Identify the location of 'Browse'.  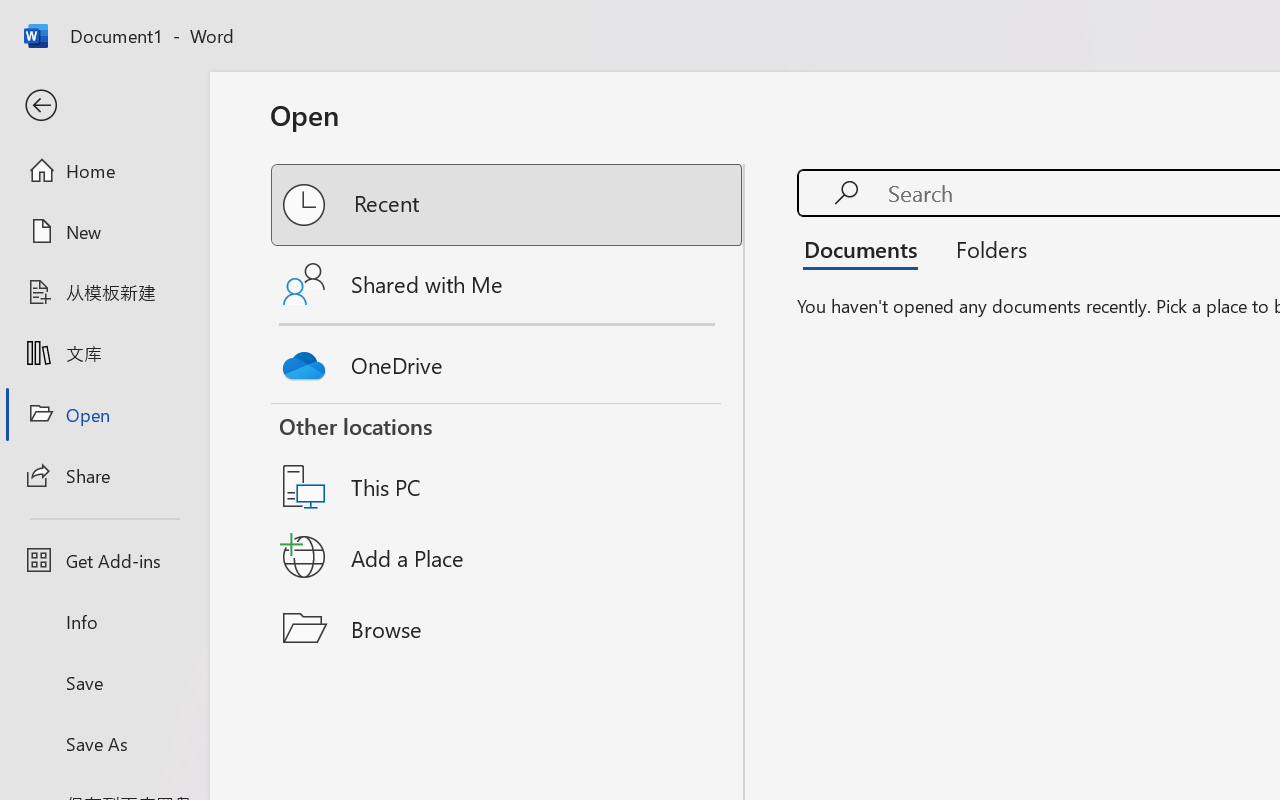
(508, 628).